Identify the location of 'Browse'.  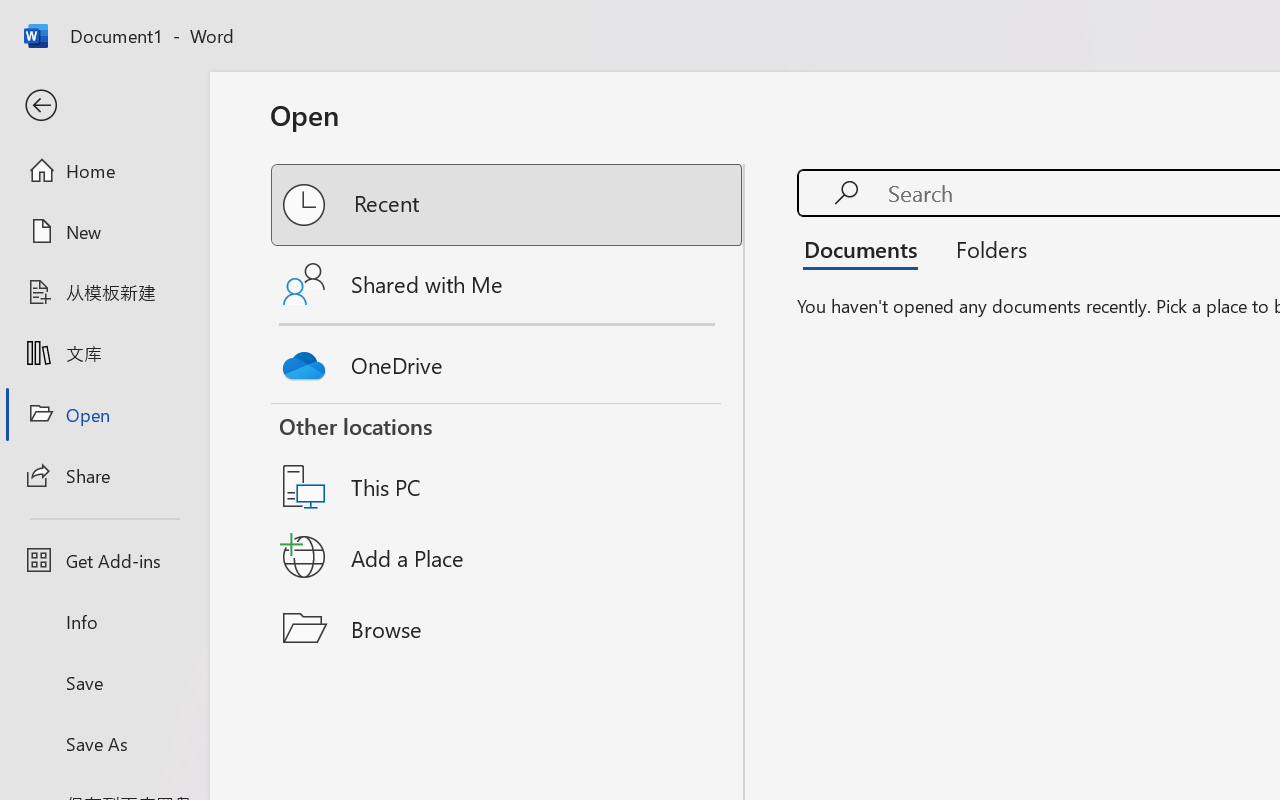
(508, 628).